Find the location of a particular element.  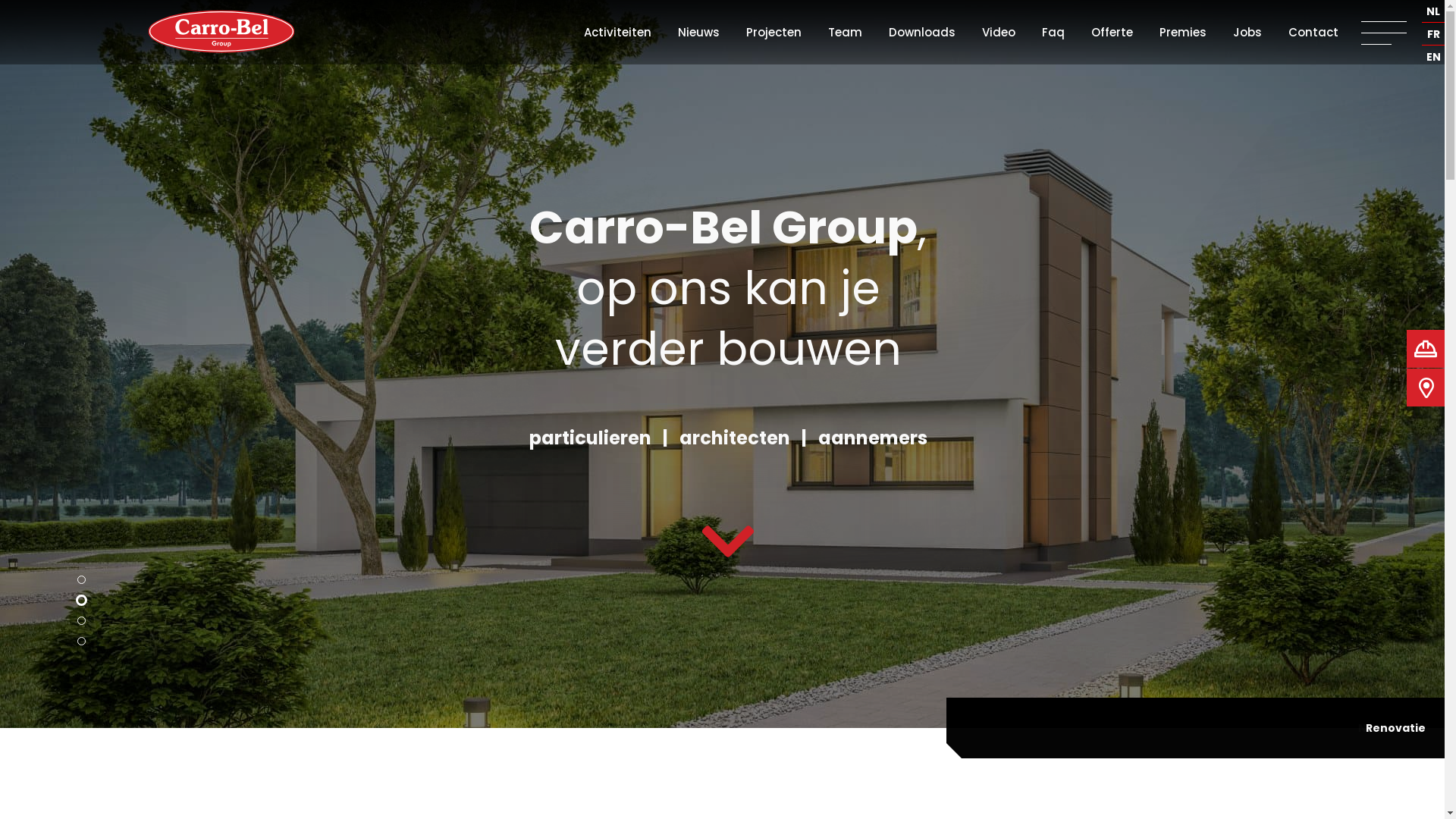

'Jobs' is located at coordinates (1247, 32).